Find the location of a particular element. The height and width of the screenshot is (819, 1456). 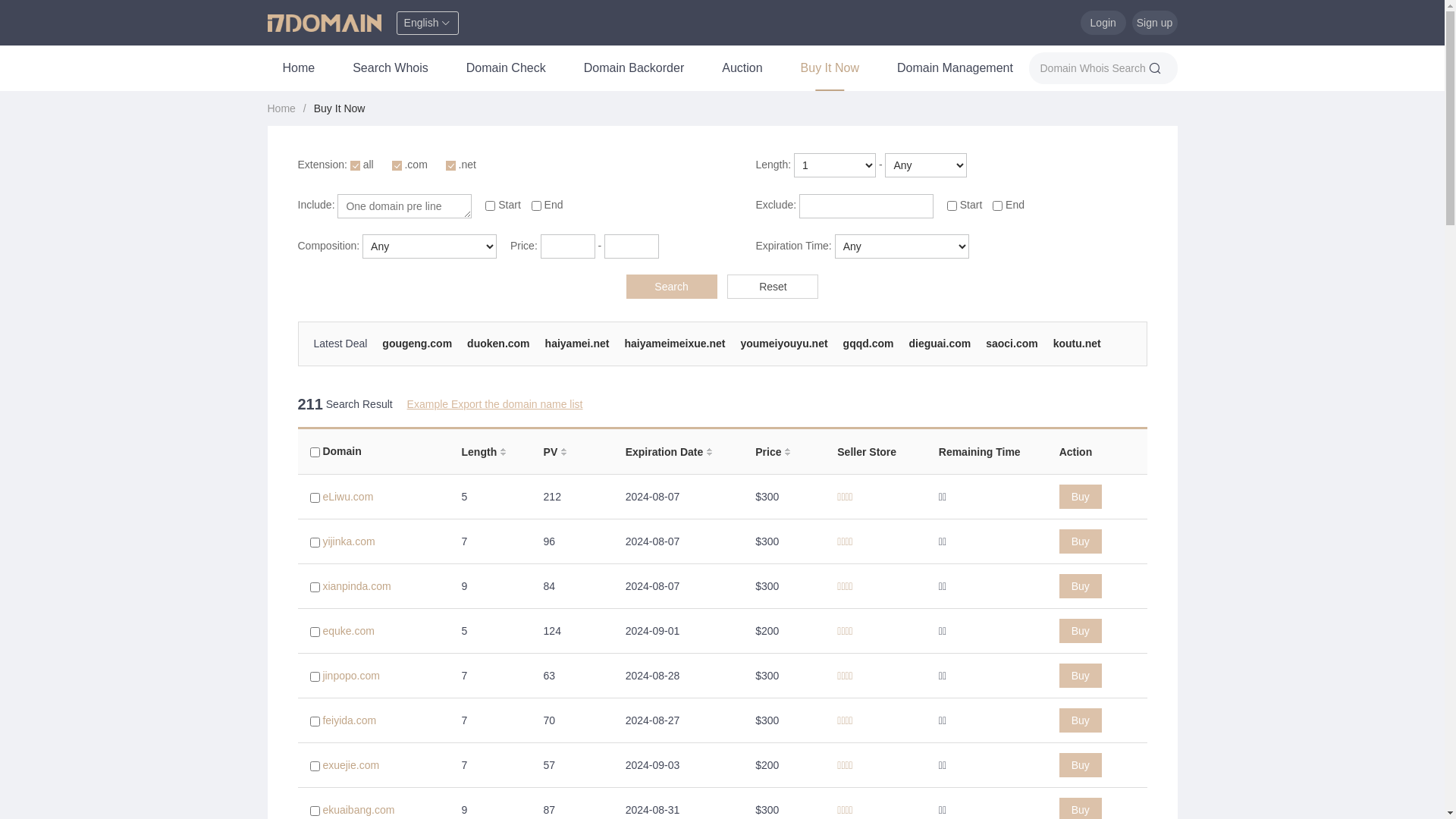

'haiyamei.net' is located at coordinates (545, 343).